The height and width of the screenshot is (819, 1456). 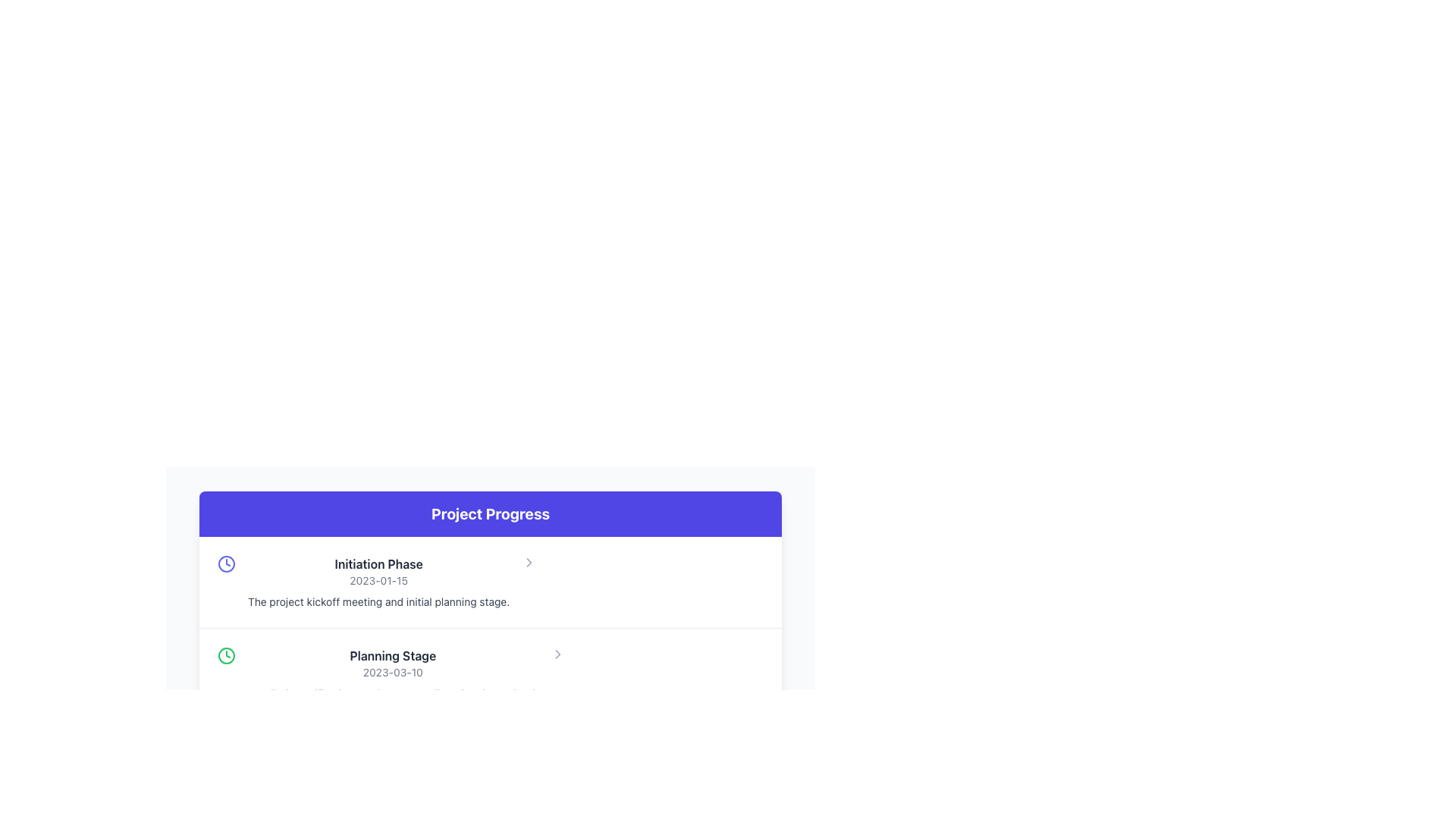 I want to click on the first icon in the 'Planning Stage' section that represents time or scheduling, so click(x=225, y=654).